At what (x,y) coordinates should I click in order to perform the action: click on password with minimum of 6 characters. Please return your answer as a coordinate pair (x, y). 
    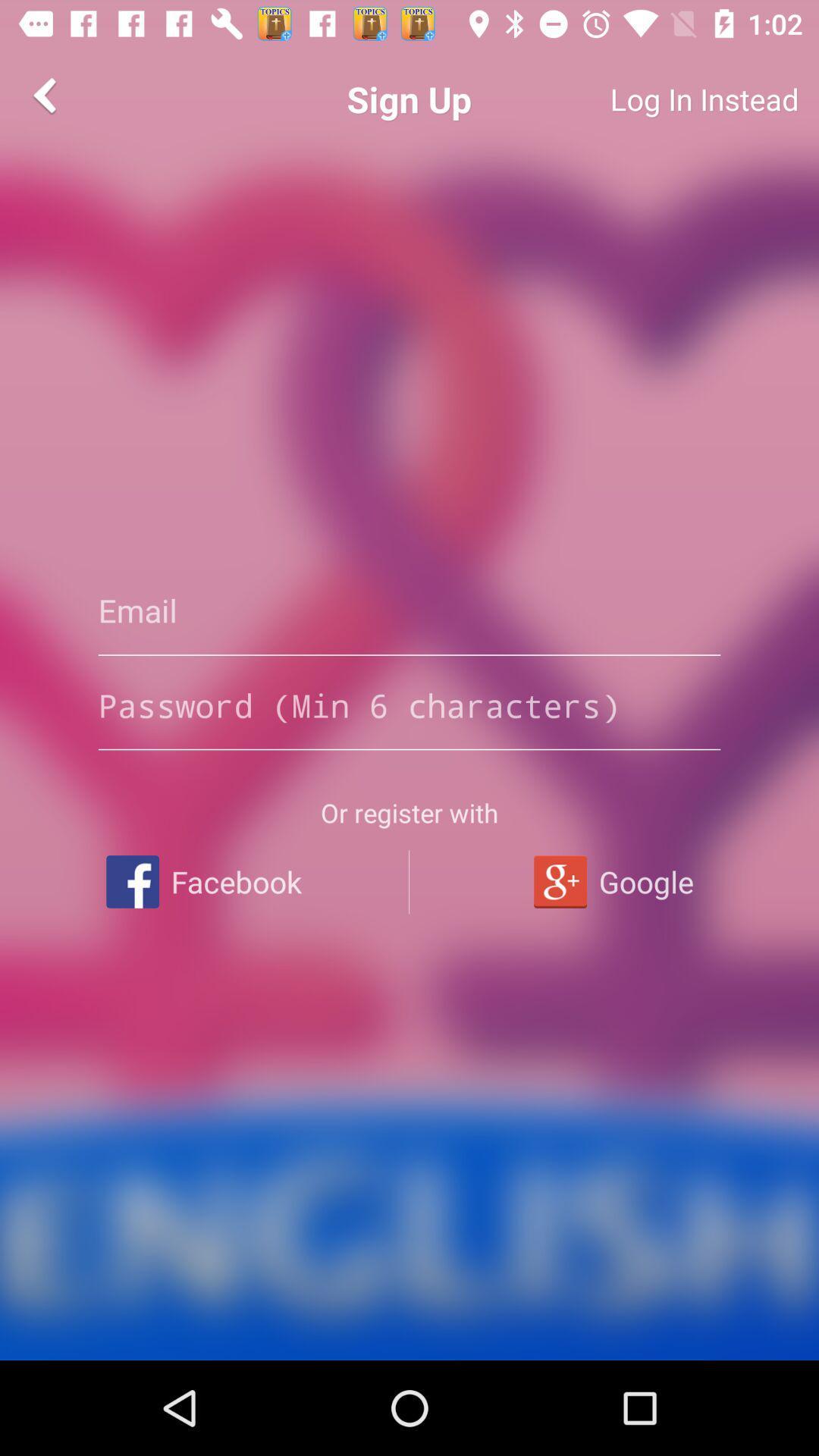
    Looking at the image, I should click on (409, 704).